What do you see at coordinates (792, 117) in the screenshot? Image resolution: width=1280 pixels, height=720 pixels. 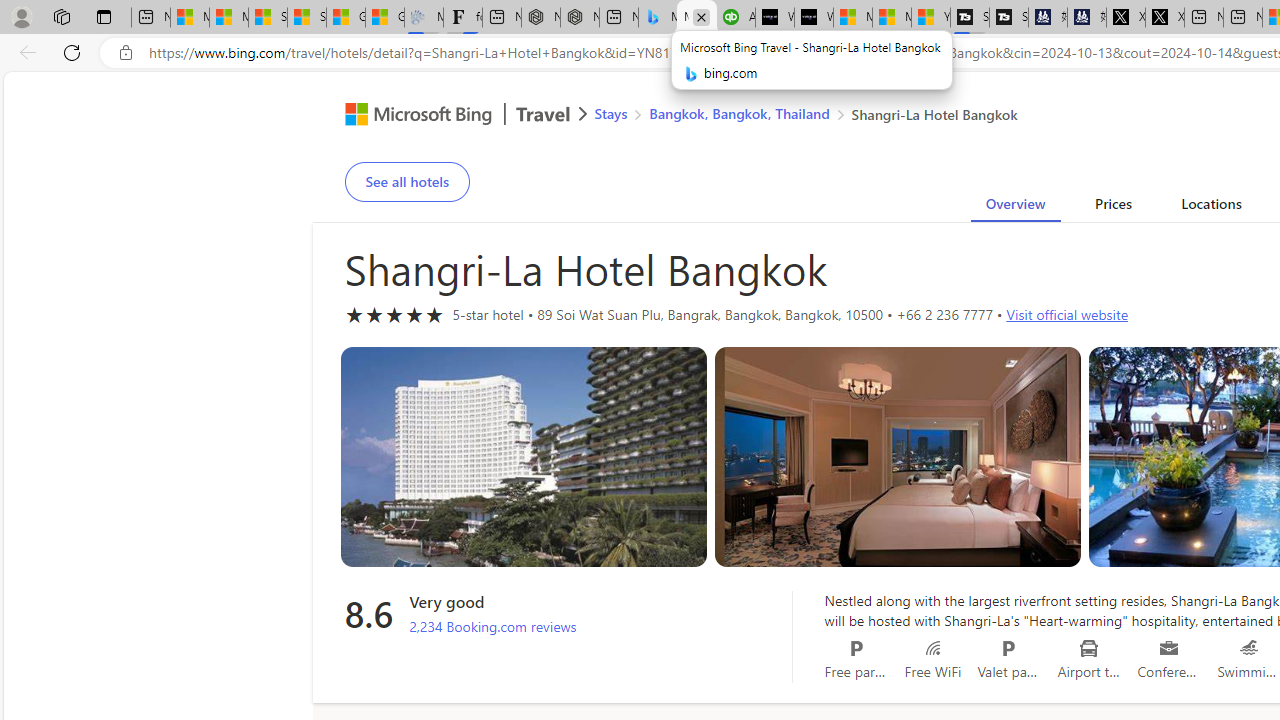 I see `'AutomationID: bread-crumb-root'` at bounding box center [792, 117].